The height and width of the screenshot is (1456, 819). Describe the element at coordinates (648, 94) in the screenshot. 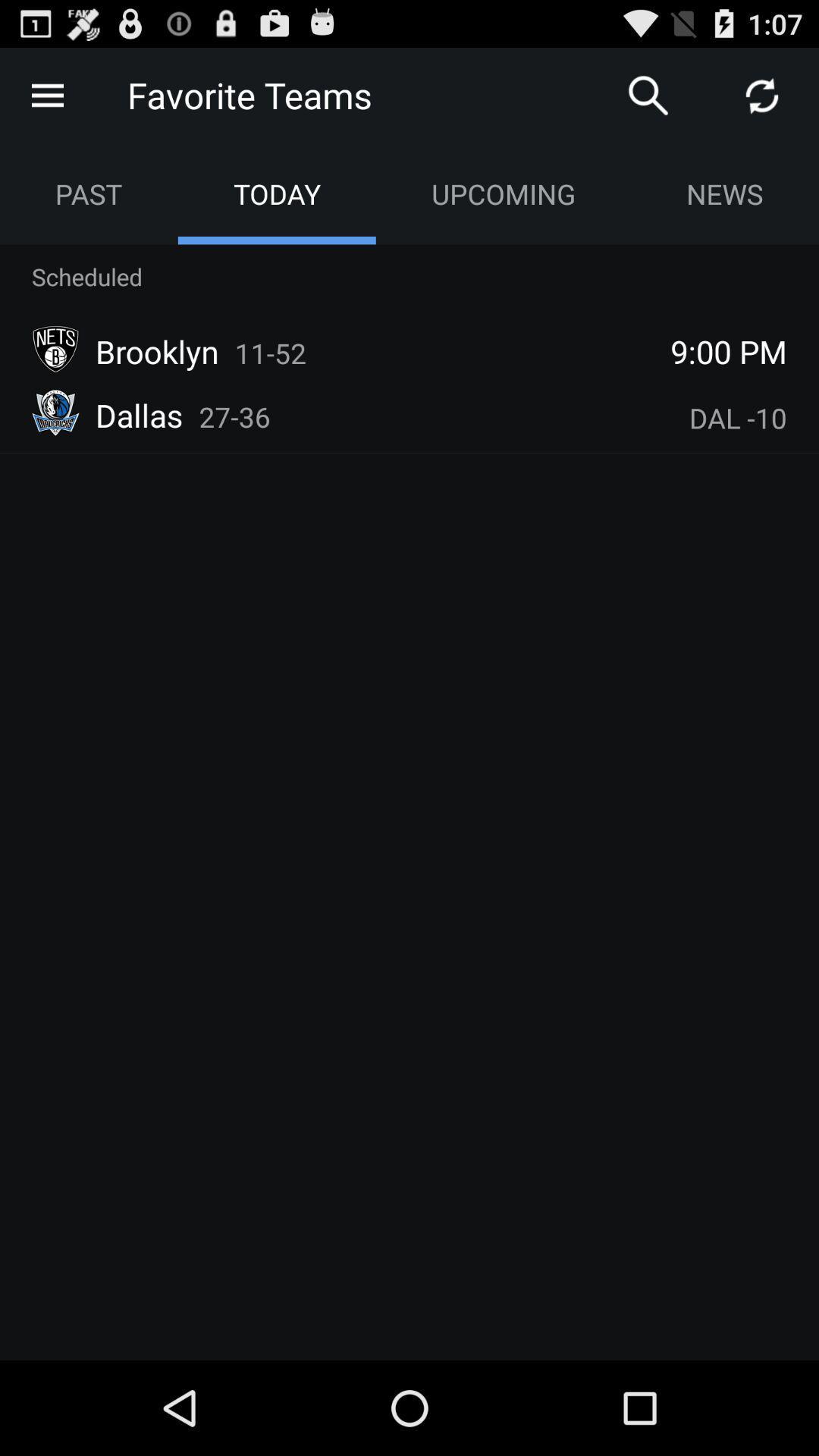

I see `perform a search` at that location.